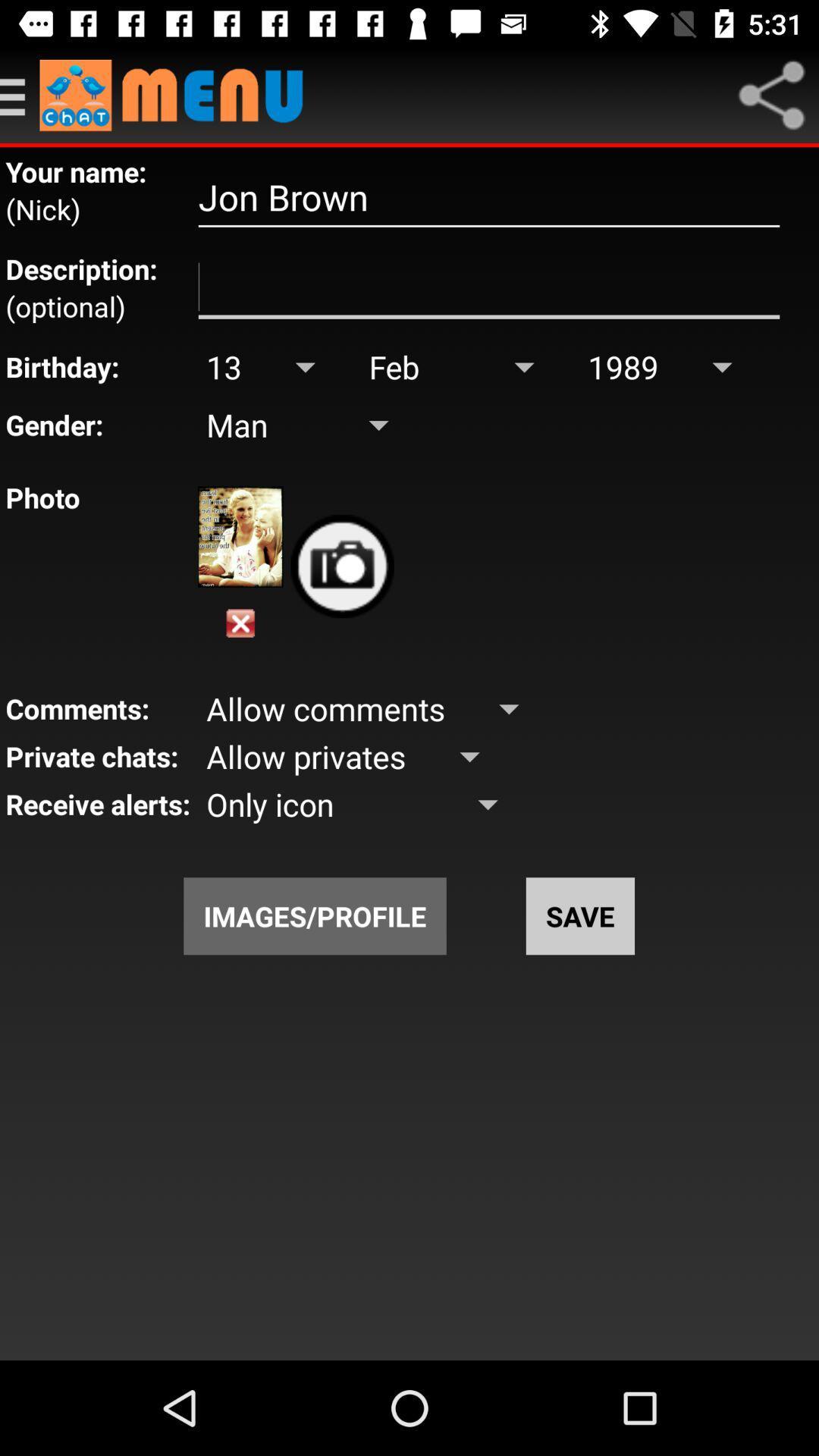 The height and width of the screenshot is (1456, 819). Describe the element at coordinates (488, 287) in the screenshot. I see `screen page` at that location.